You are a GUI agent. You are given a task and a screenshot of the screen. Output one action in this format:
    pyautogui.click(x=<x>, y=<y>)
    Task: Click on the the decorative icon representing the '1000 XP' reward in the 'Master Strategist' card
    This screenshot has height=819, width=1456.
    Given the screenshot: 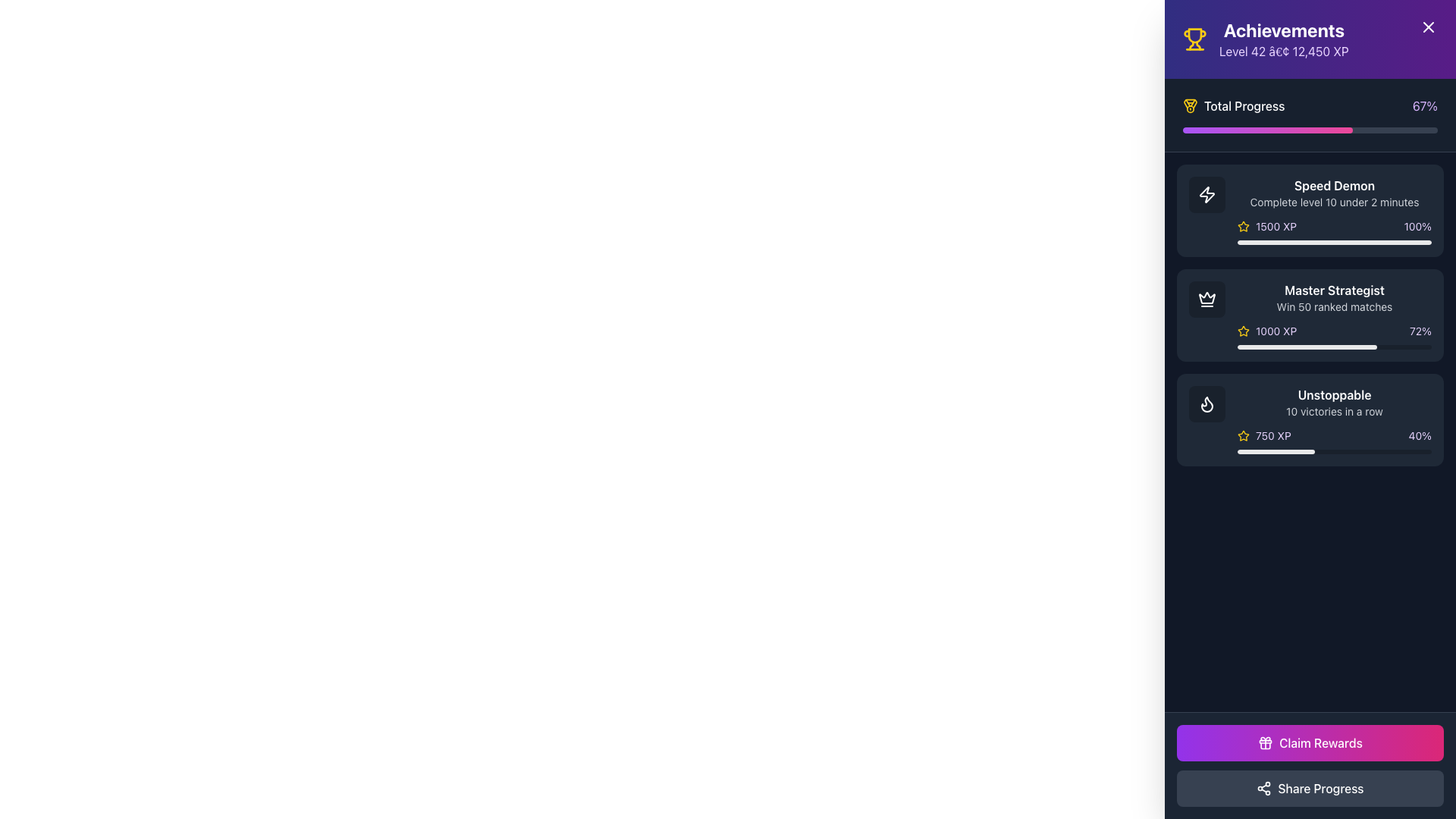 What is the action you would take?
    pyautogui.click(x=1244, y=330)
    